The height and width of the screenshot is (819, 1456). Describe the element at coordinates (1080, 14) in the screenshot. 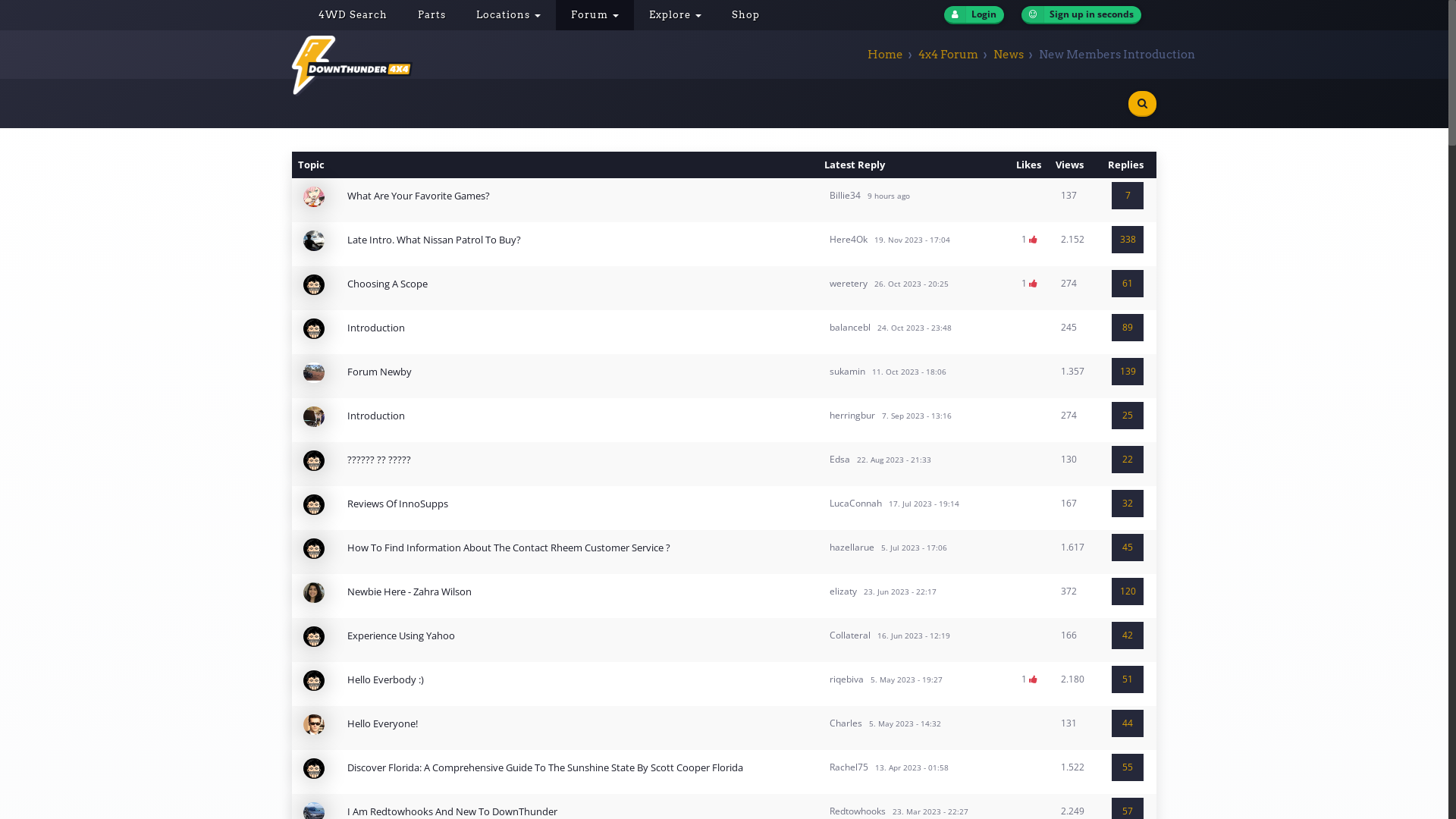

I see `'Sign up in seconds'` at that location.